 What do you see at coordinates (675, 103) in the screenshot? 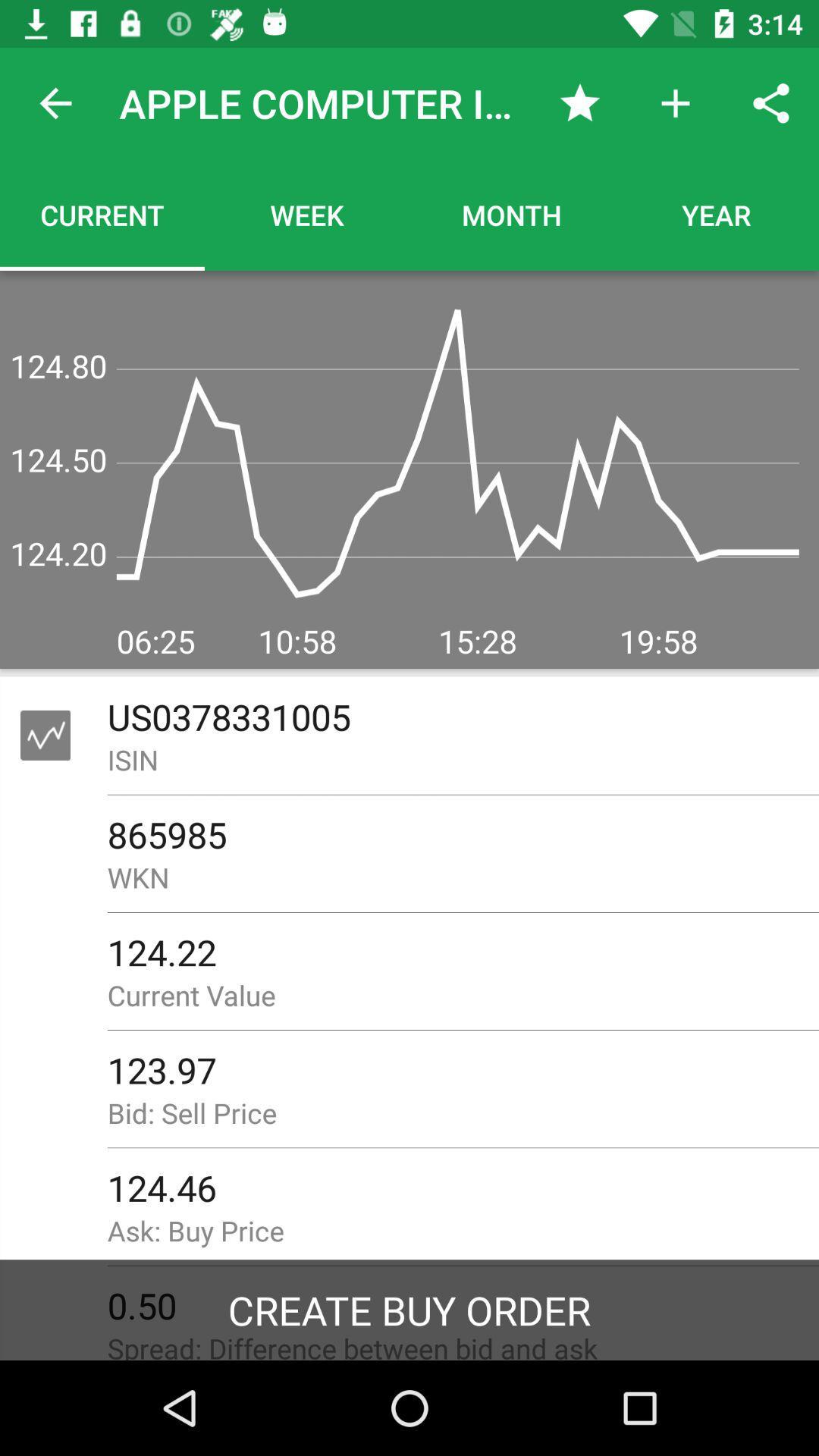
I see `tap the  icon which is to the left of share icon` at bounding box center [675, 103].